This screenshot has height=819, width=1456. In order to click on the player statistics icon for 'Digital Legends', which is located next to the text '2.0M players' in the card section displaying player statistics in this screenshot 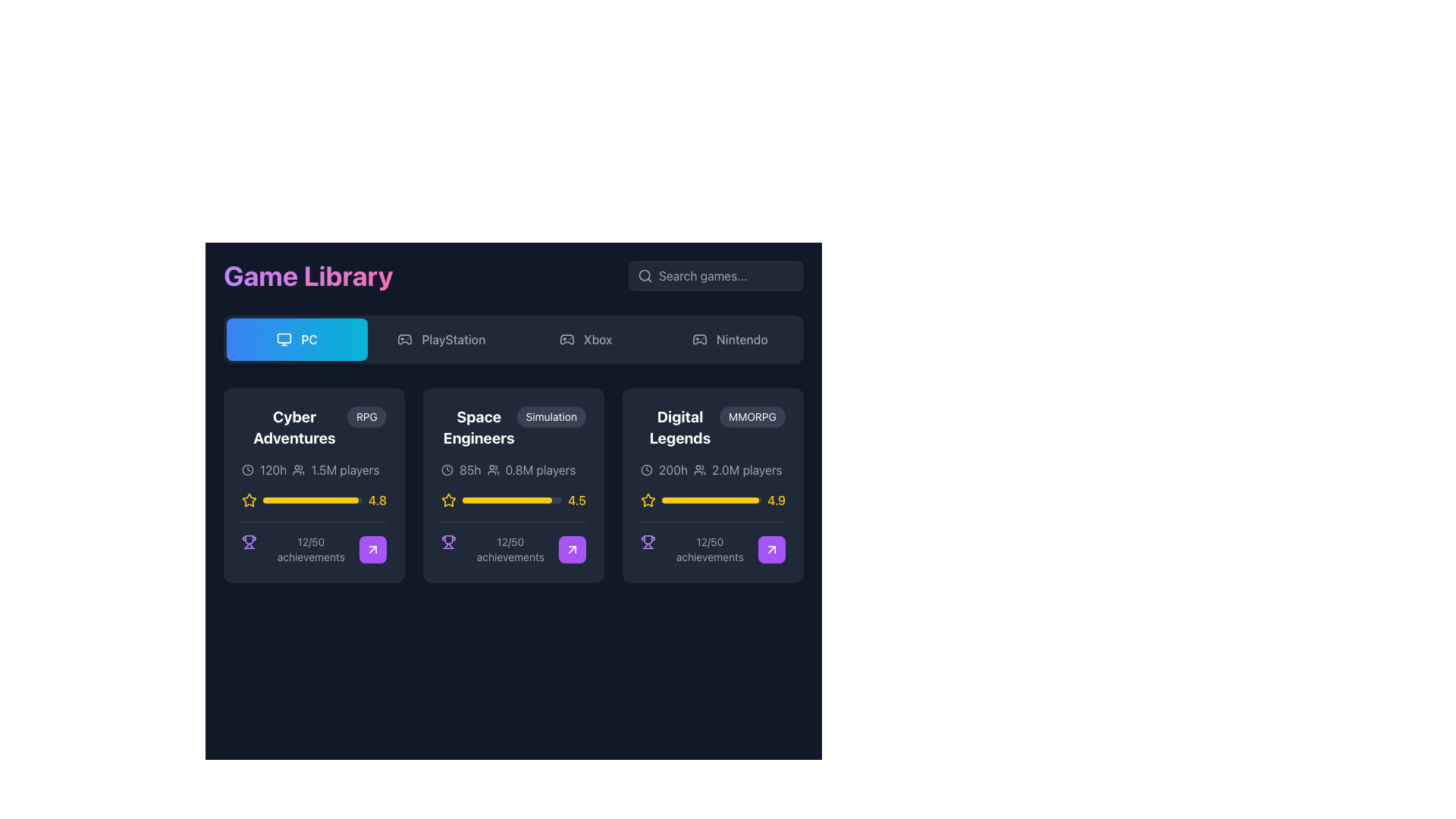, I will do `click(698, 469)`.